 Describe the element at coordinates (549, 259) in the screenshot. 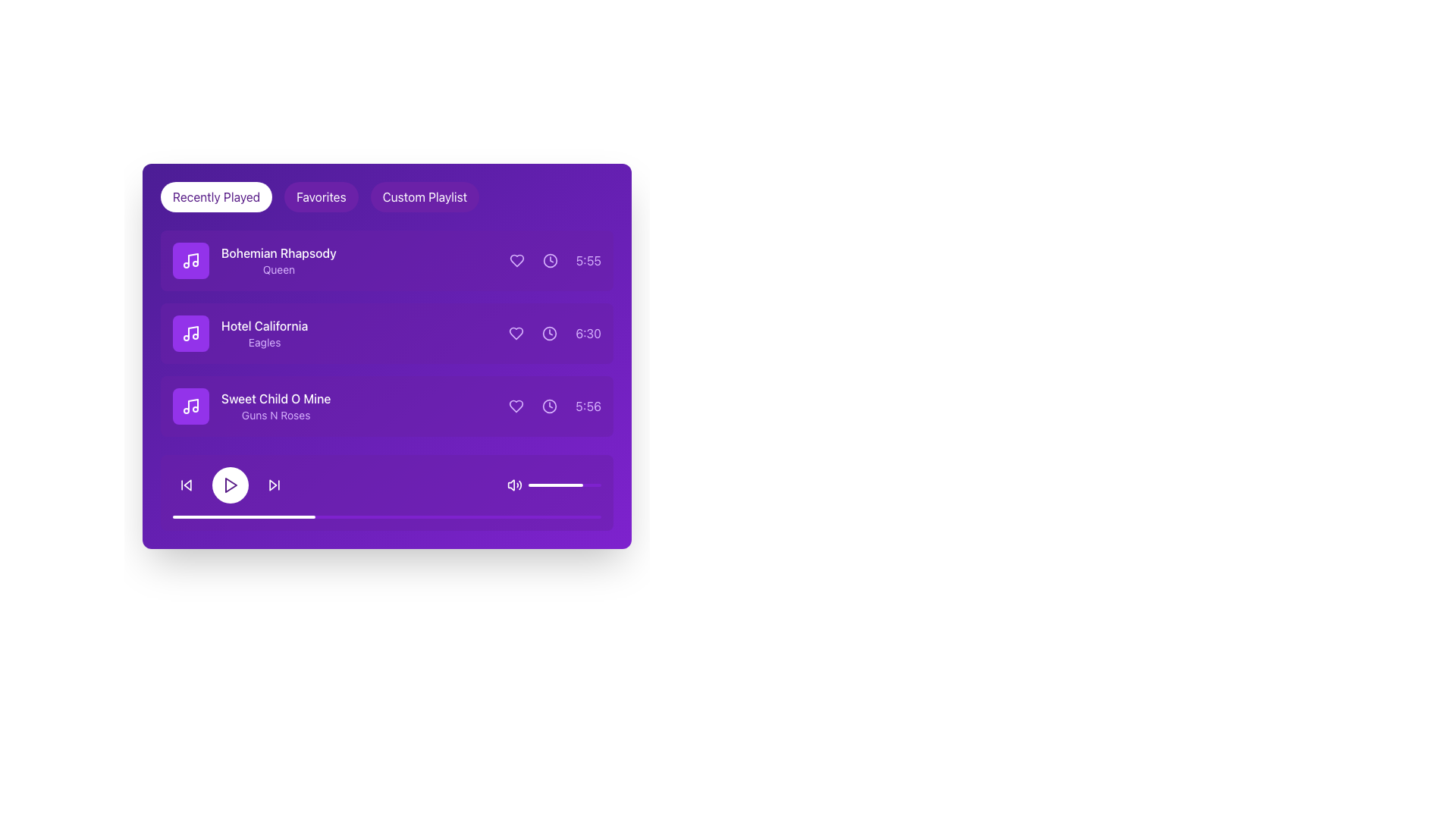

I see `the central circular component of the clock icon located to the right of the first row in the music playlist interface` at that location.